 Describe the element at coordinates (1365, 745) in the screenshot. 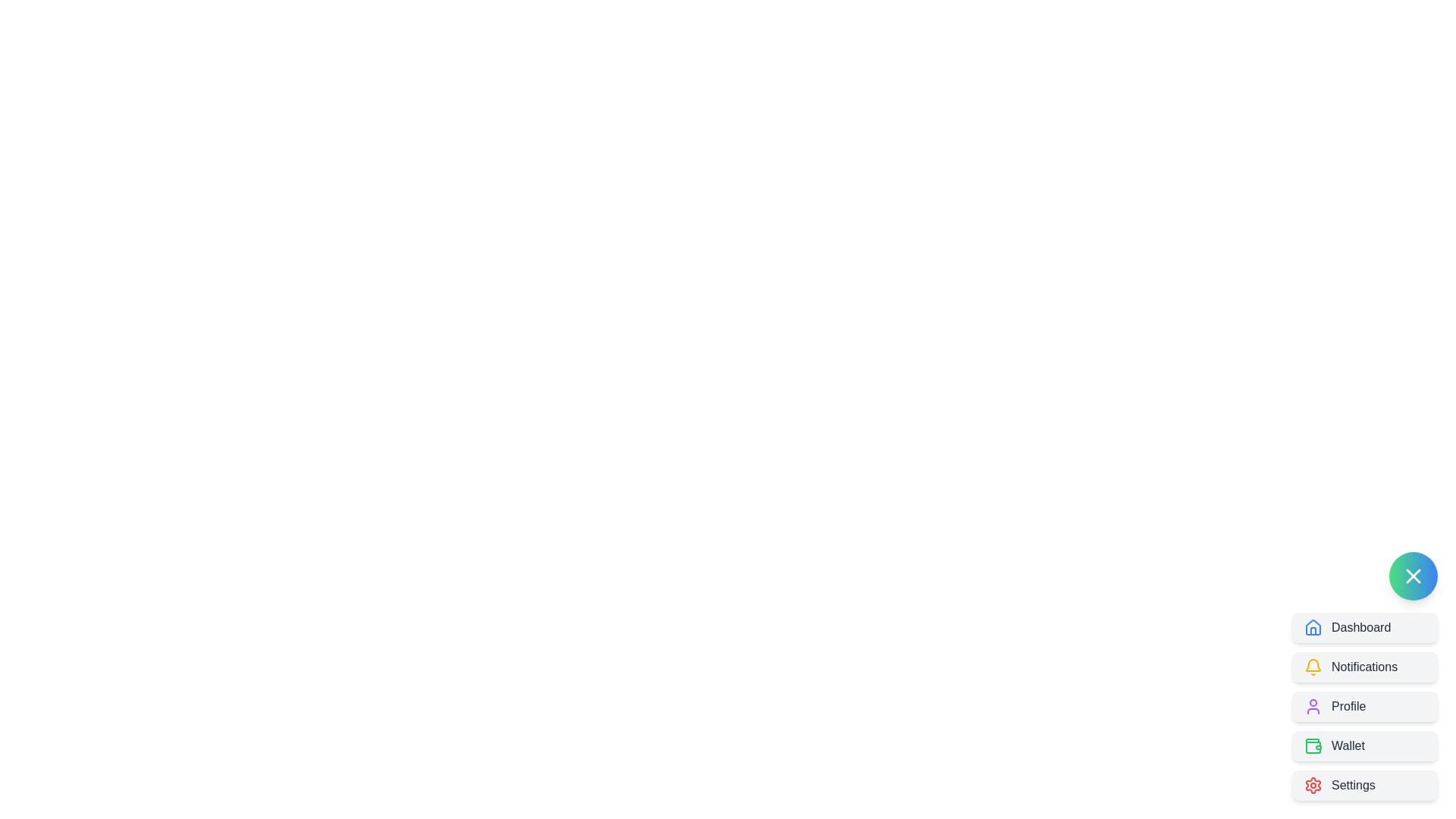

I see `the 'Wallet' navigation button, which is located in the fourth position under the menu group, between 'Profile' and 'Settings'` at that location.